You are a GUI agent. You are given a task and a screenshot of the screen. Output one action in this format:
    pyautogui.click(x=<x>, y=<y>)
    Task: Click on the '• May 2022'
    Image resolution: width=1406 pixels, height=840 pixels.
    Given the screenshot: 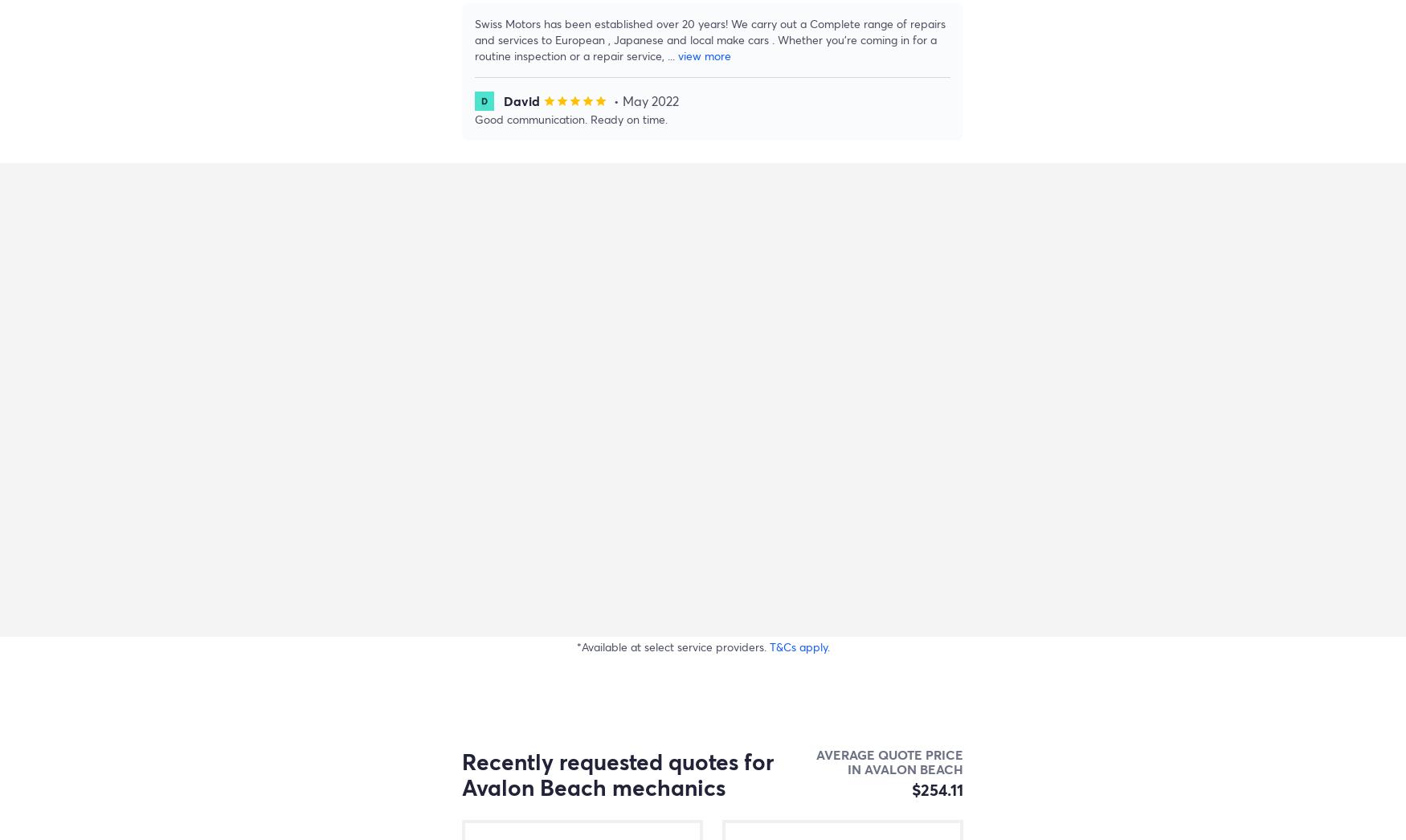 What is the action you would take?
    pyautogui.click(x=645, y=100)
    